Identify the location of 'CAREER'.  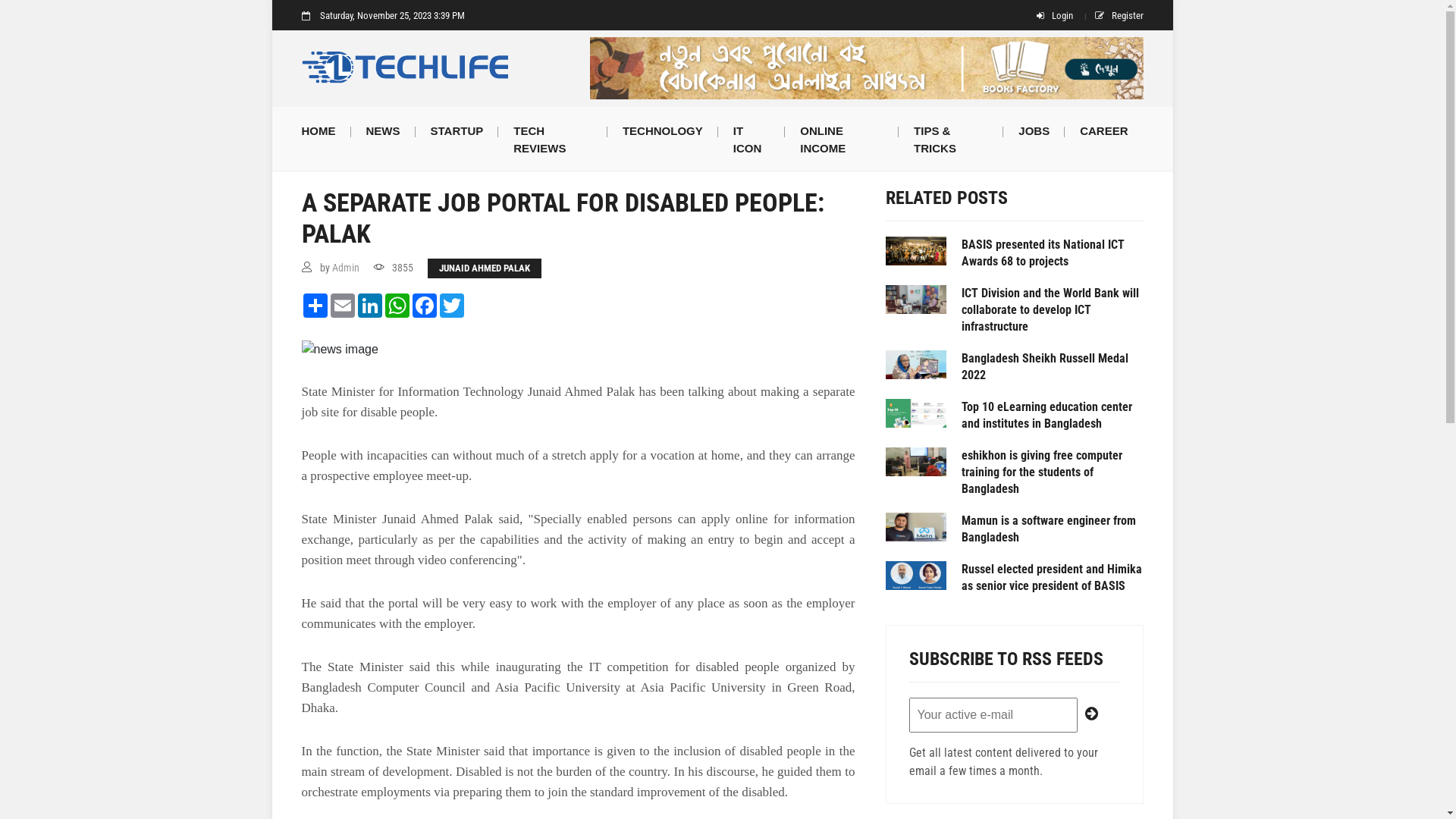
(1103, 130).